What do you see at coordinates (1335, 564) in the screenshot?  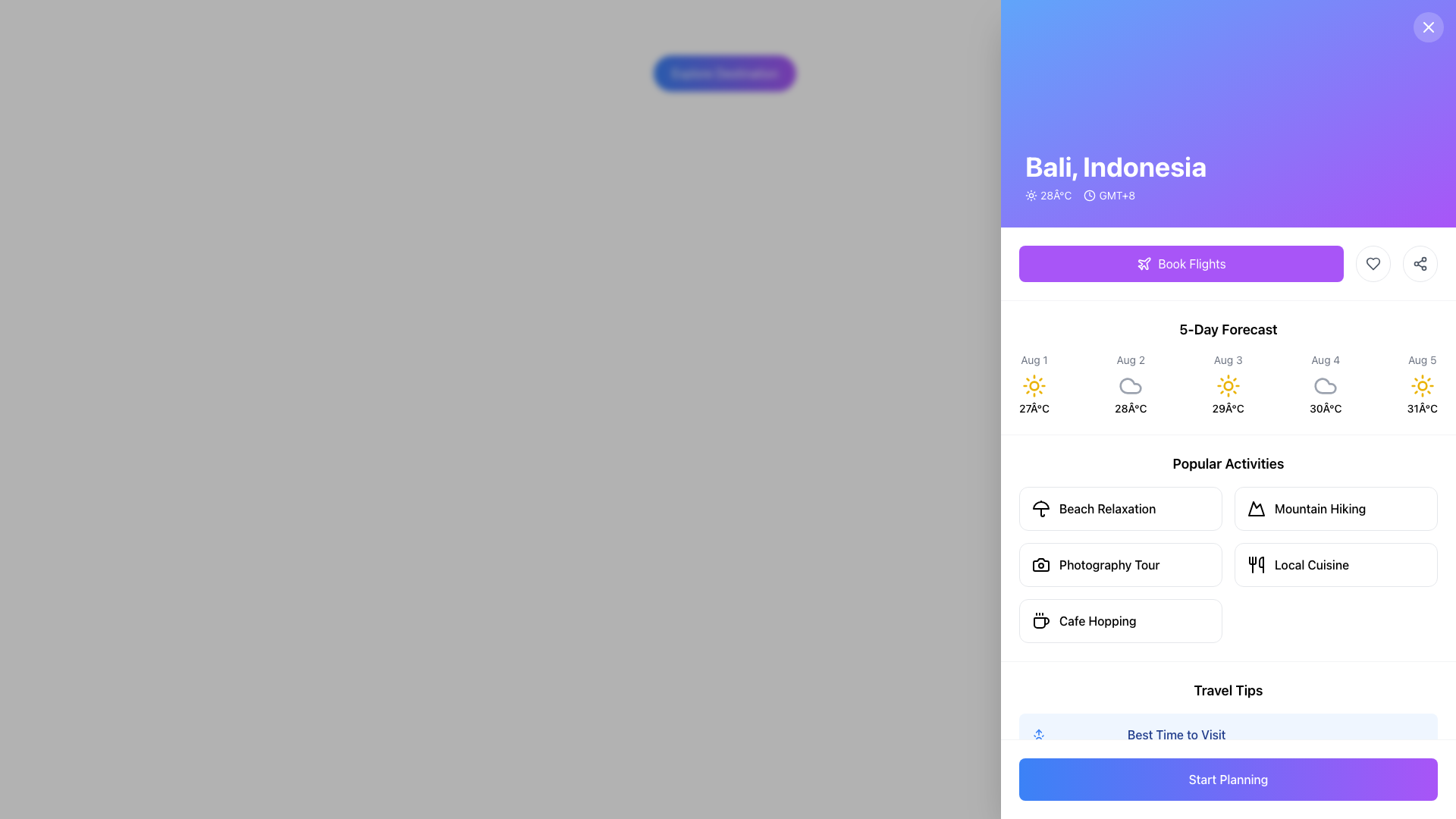 I see `the 'Local Cuisine' button, which is a rectangular button with rounded corners featuring a fork and spoon icon on the left and the text 'Local Cuisine' on the right, located in the second column of the second row within the 'Popular Activities' section grid` at bounding box center [1335, 564].